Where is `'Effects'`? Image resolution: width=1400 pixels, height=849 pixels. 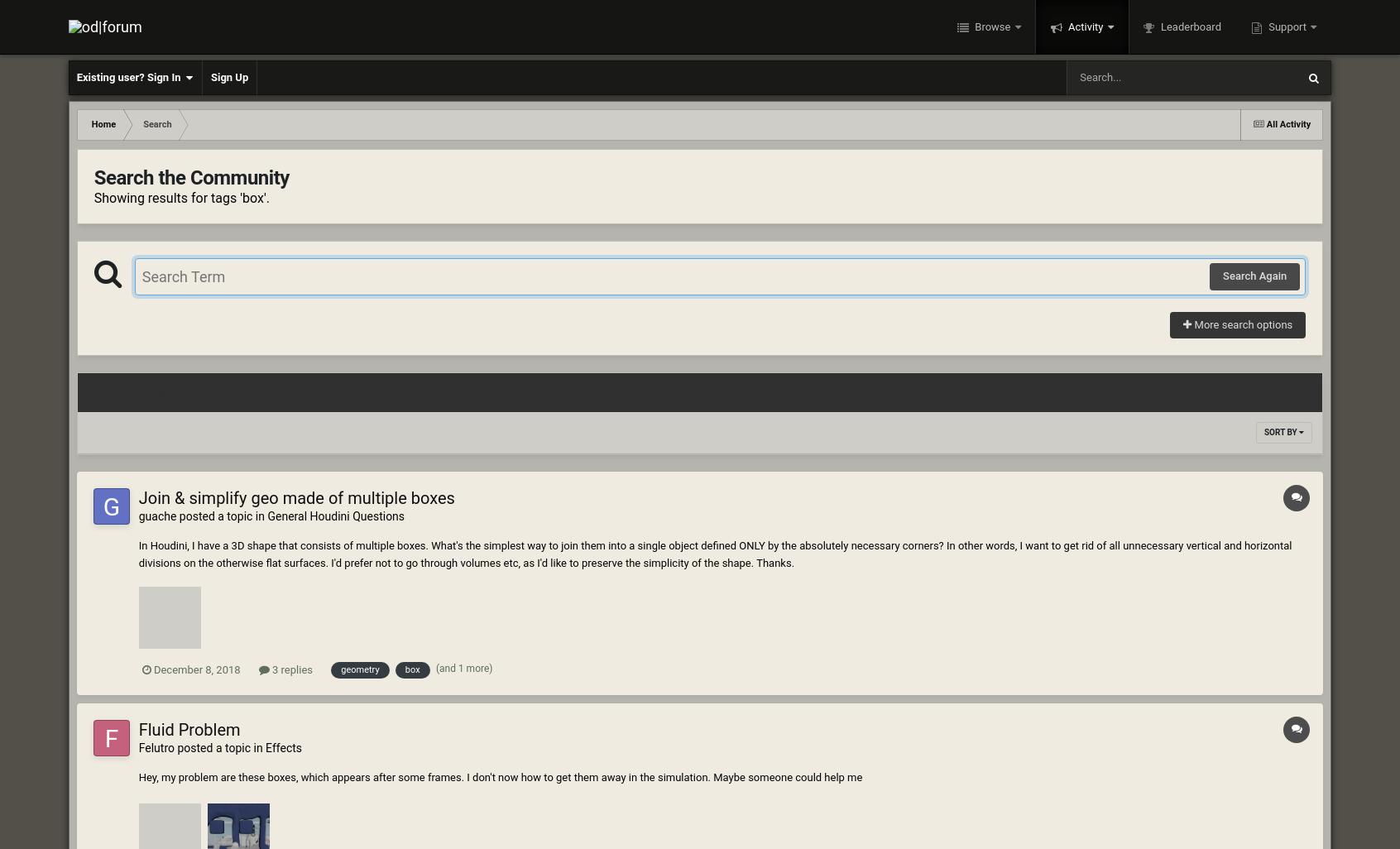 'Effects' is located at coordinates (282, 747).